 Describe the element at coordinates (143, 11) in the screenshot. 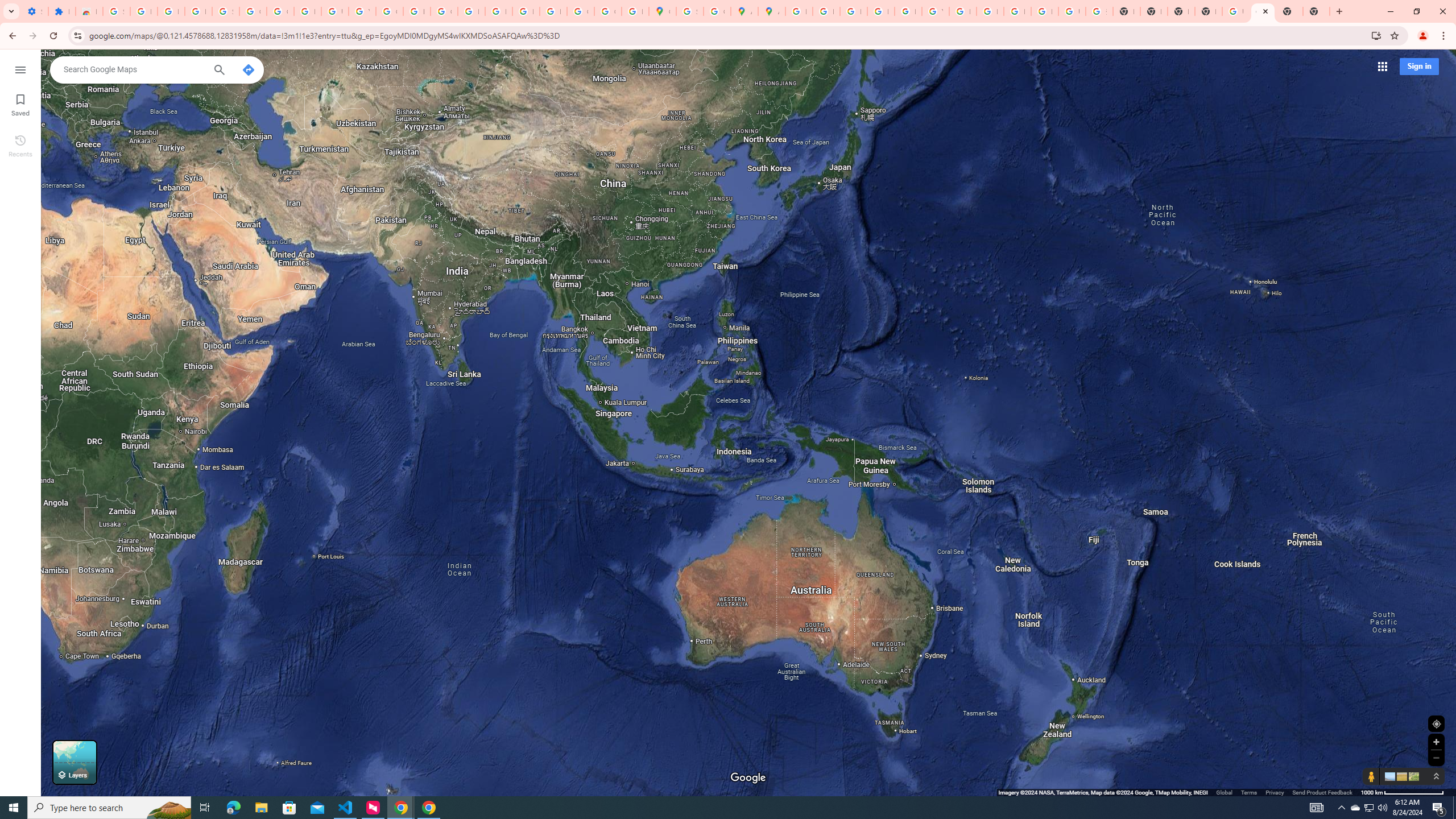

I see `'Delete photos & videos - Computer - Google Photos Help'` at that location.